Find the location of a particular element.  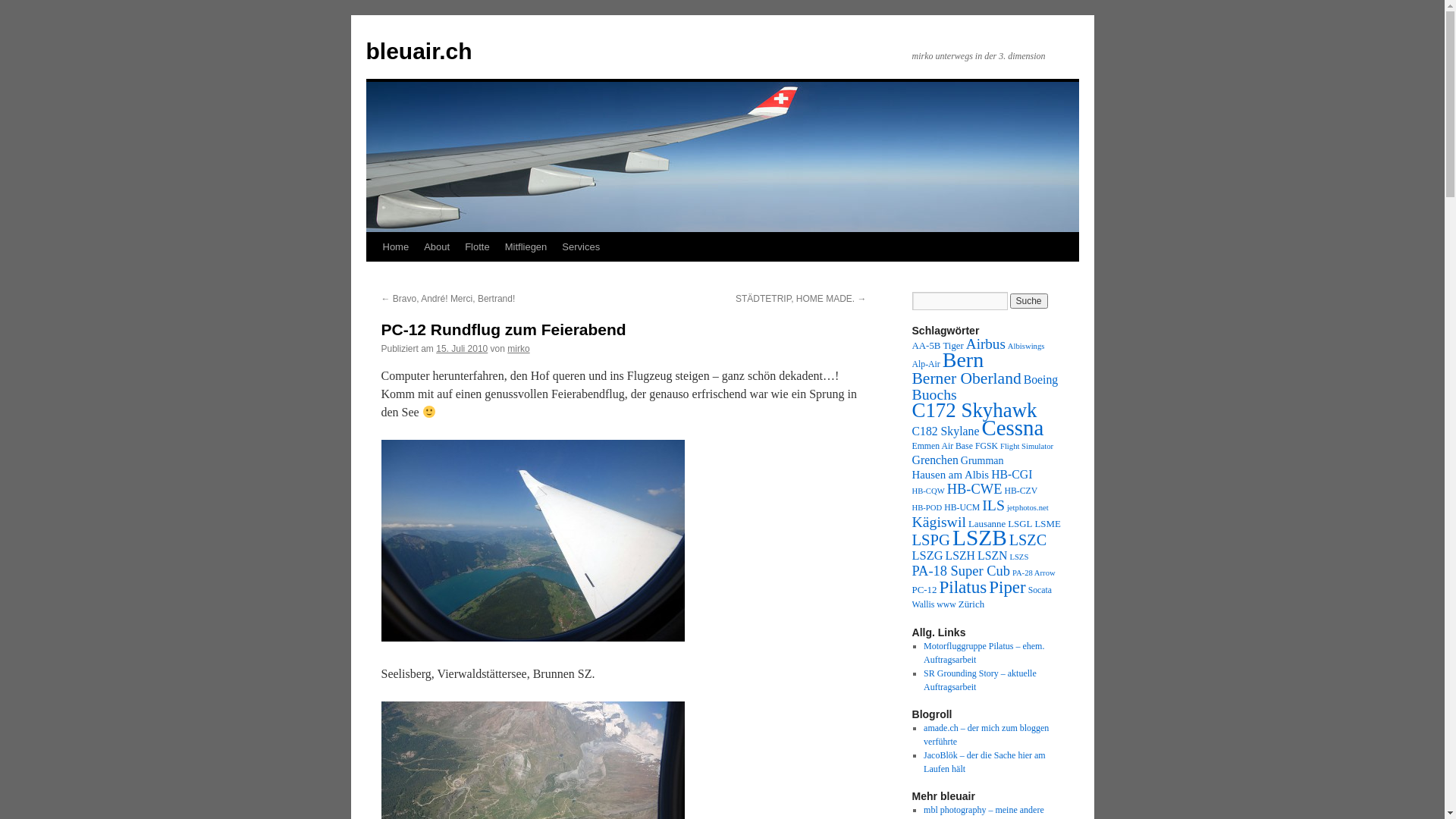

'LSZN' is located at coordinates (992, 555).